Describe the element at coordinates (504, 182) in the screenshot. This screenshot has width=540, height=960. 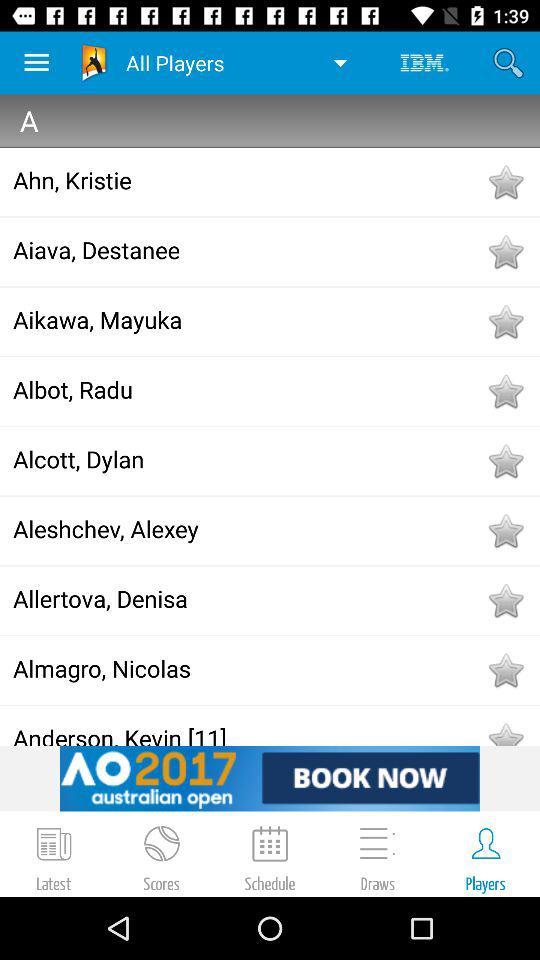
I see `bookmark a contact` at that location.